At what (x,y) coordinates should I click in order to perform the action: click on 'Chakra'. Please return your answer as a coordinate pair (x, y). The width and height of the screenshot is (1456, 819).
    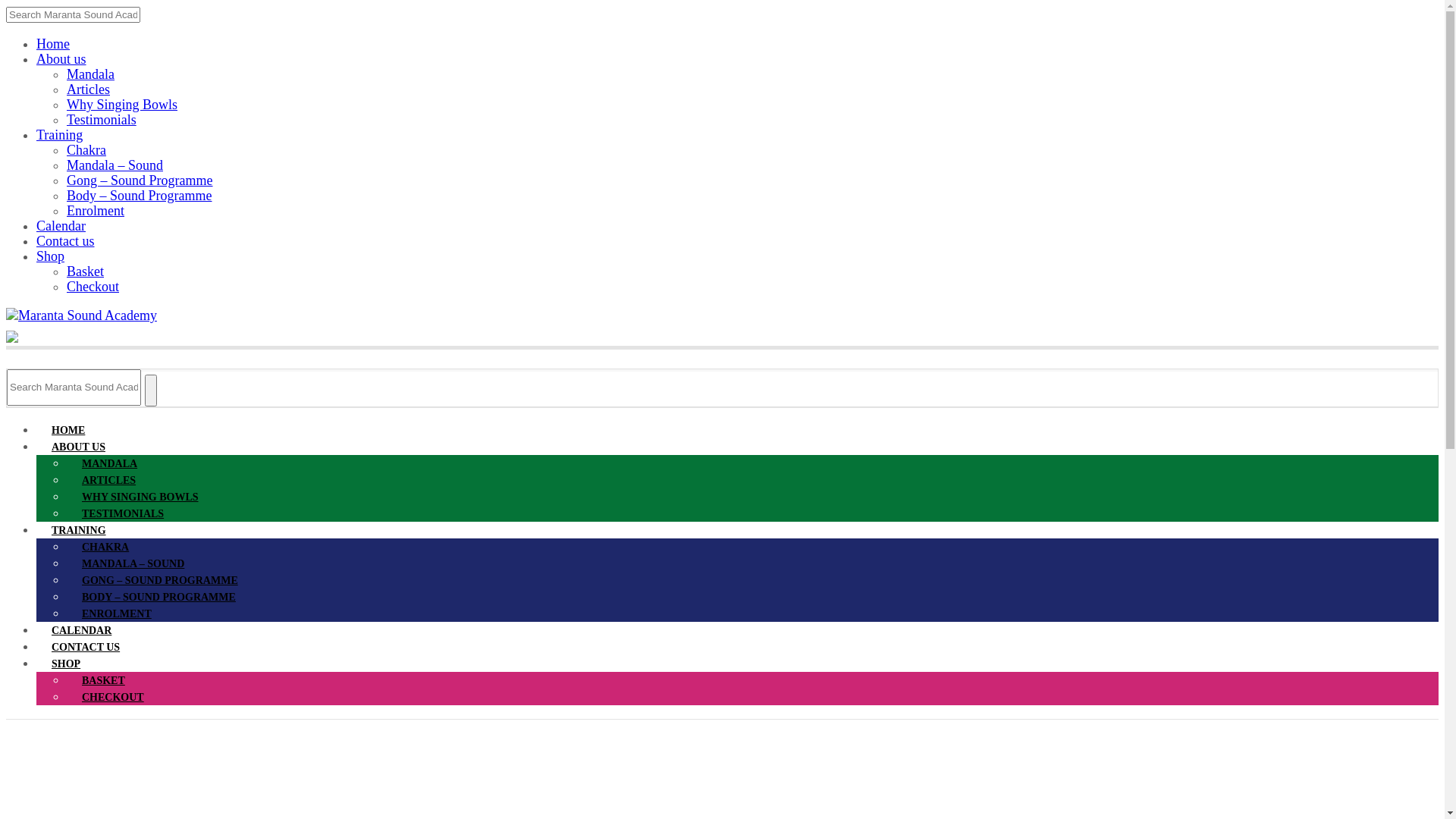
    Looking at the image, I should click on (86, 149).